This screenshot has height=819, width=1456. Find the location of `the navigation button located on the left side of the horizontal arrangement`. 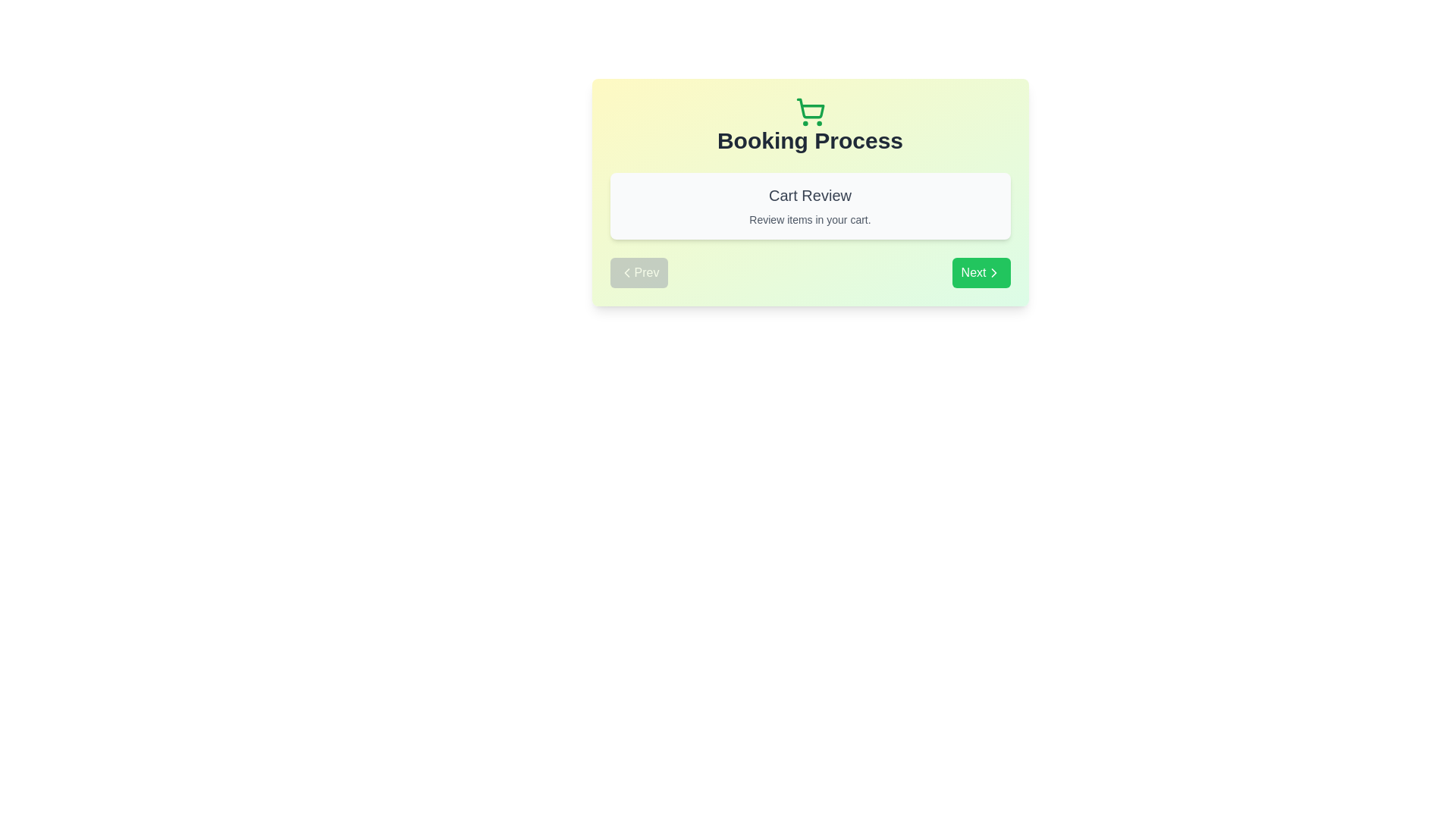

the navigation button located on the left side of the horizontal arrangement is located at coordinates (639, 271).